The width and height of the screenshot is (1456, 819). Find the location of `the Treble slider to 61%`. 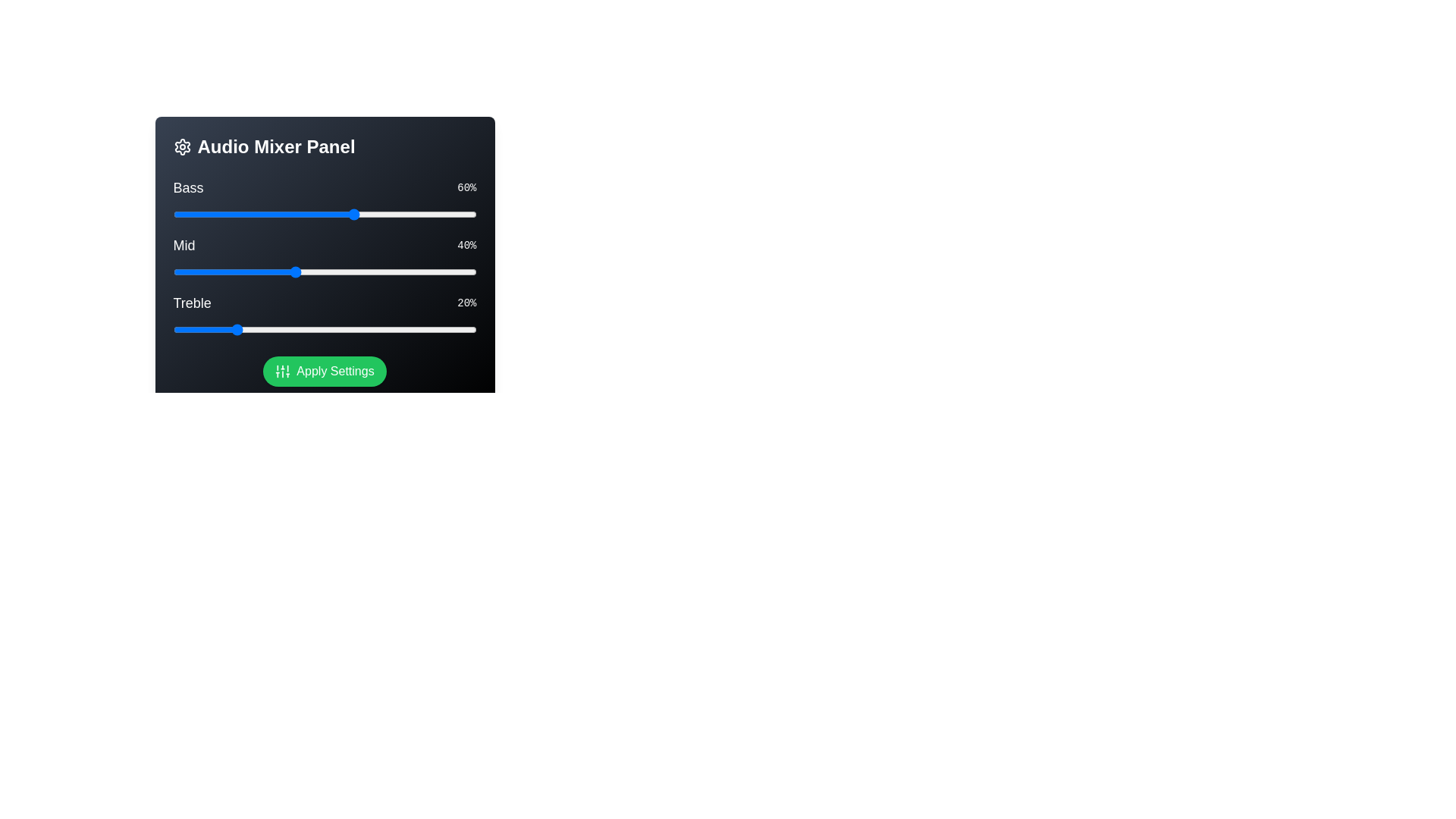

the Treble slider to 61% is located at coordinates (357, 329).